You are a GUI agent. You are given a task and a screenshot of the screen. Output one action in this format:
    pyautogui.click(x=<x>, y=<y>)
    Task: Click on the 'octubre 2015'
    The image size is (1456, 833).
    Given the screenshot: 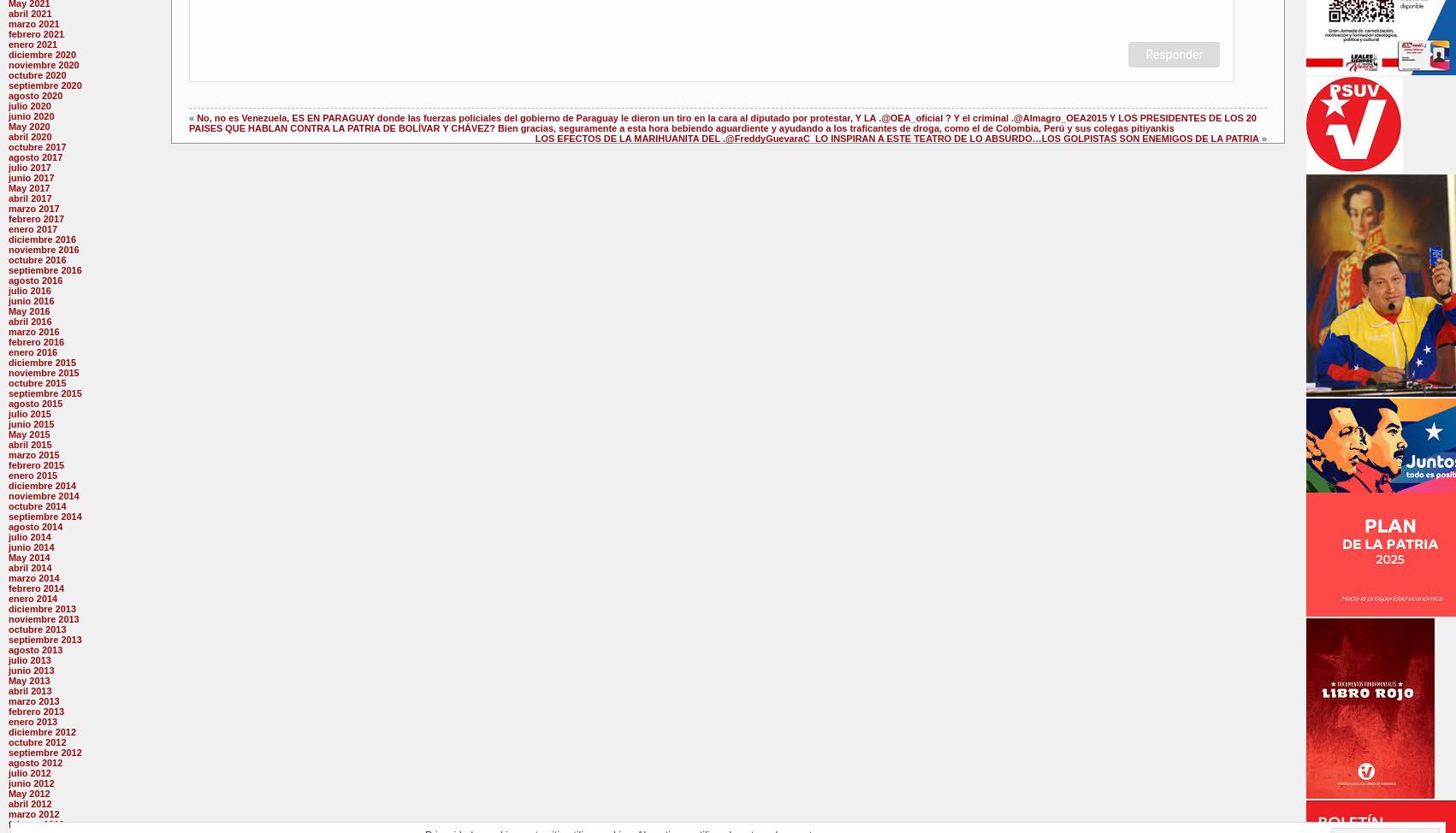 What is the action you would take?
    pyautogui.click(x=9, y=382)
    